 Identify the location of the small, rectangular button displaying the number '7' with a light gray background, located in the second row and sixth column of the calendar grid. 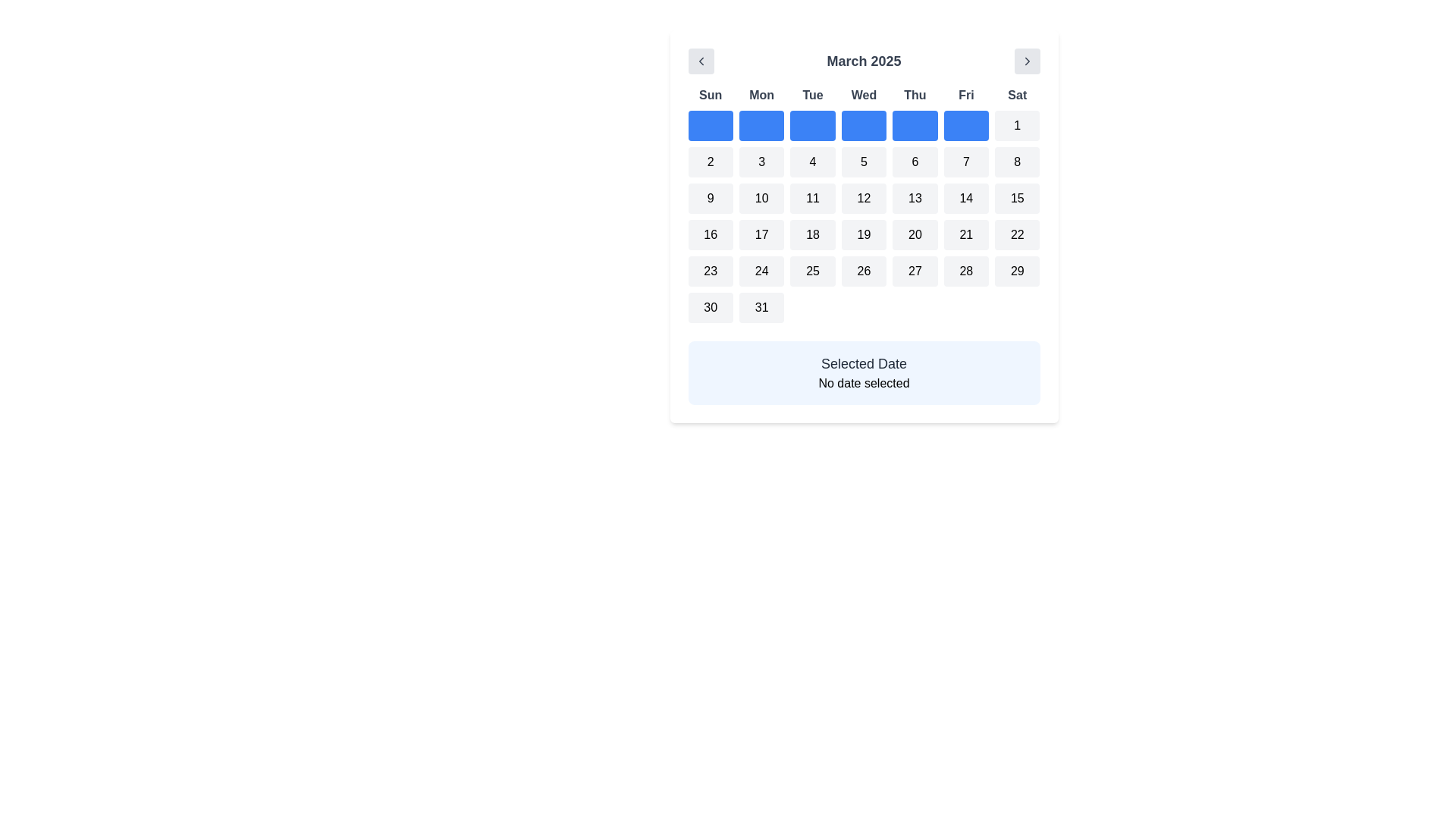
(965, 162).